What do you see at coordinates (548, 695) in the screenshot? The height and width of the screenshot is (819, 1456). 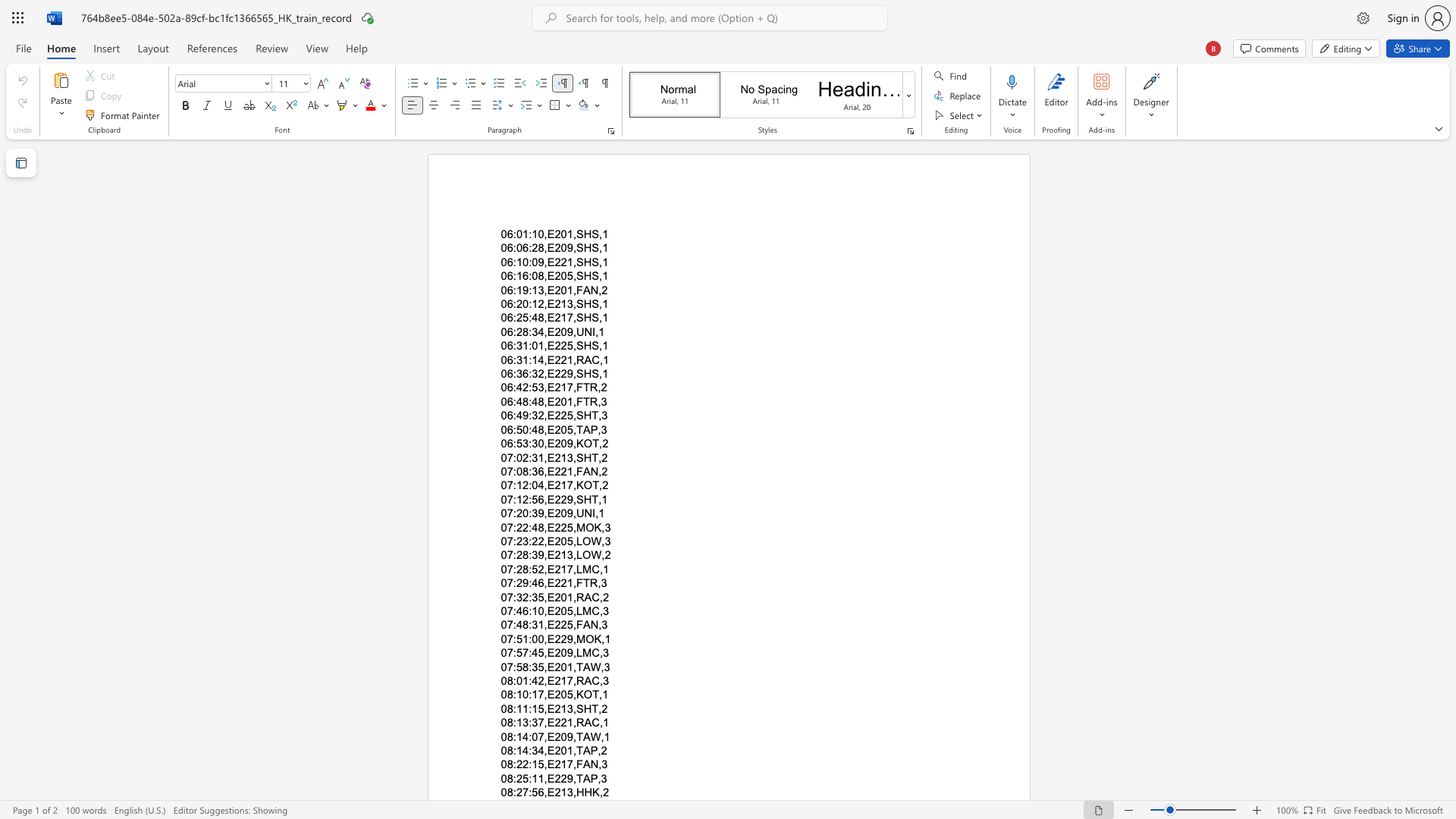 I see `the space between the continuous character "," and "E" in the text` at bounding box center [548, 695].